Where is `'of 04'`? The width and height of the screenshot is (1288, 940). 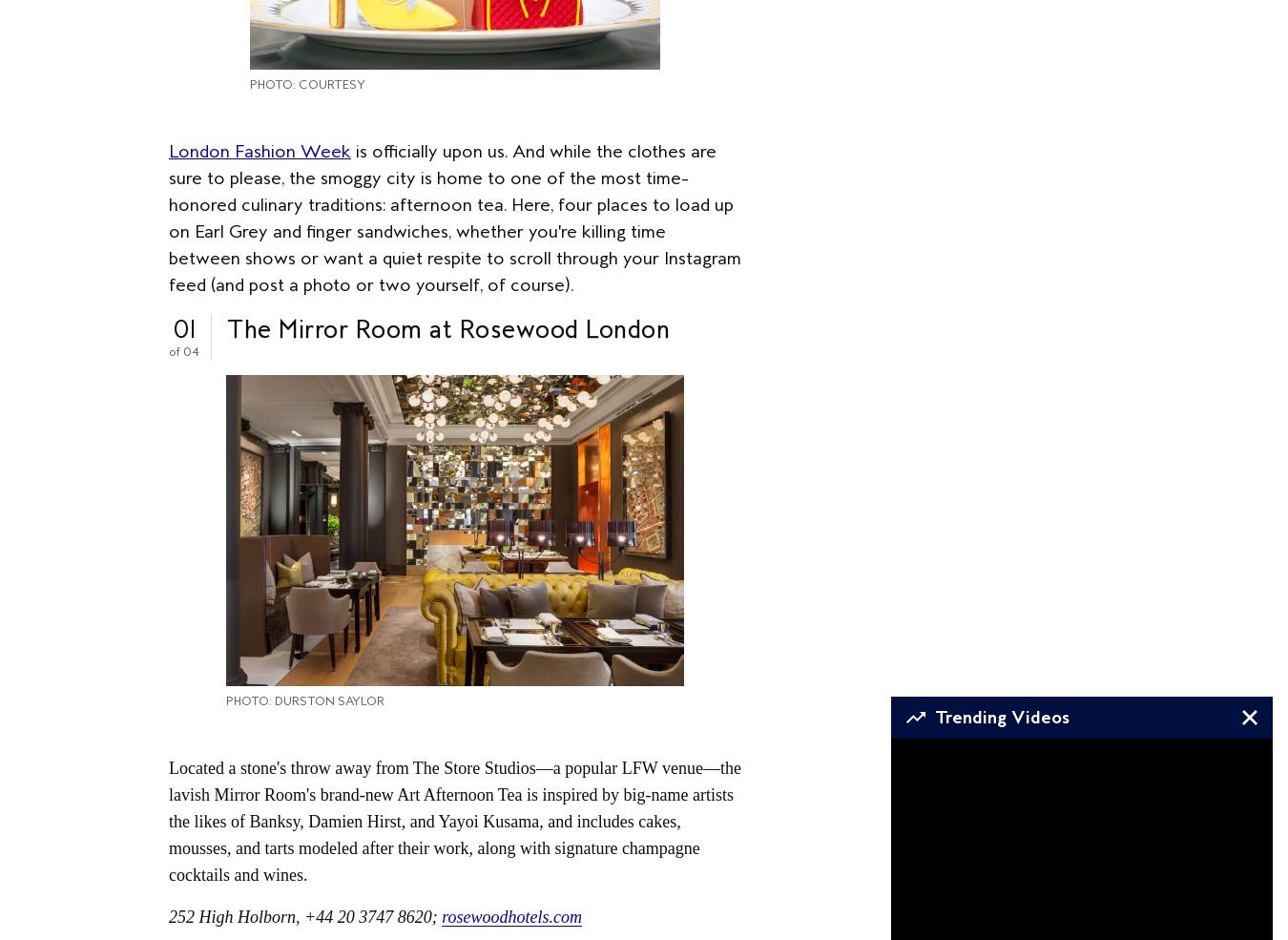 'of 04' is located at coordinates (184, 350).